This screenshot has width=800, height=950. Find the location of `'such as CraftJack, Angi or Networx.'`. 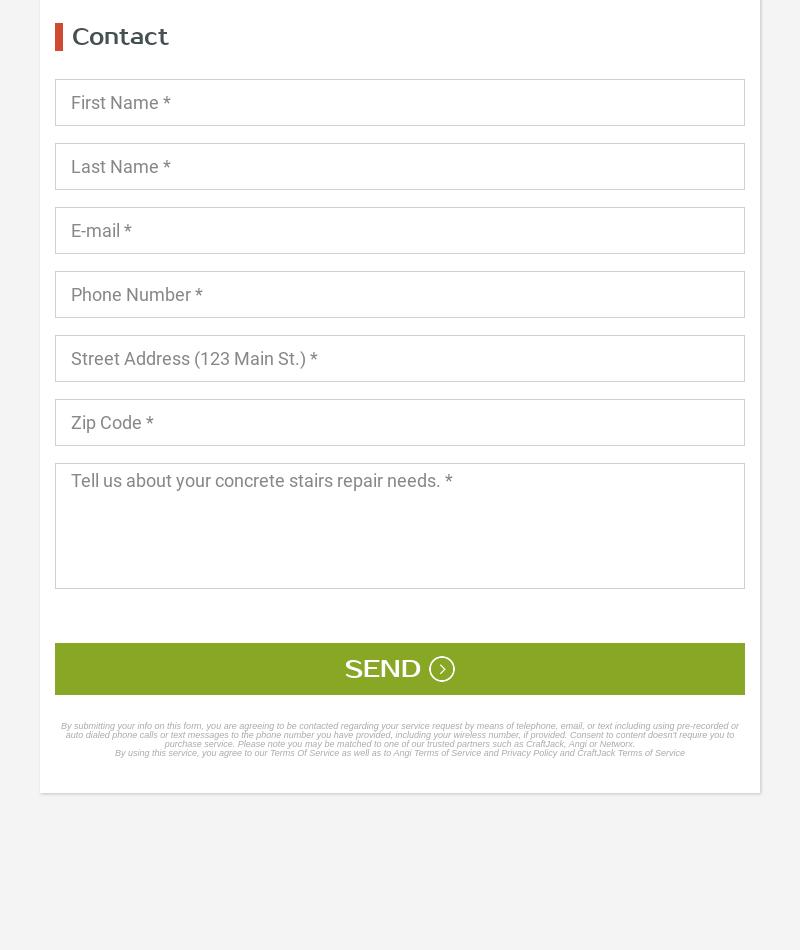

'such as CraftJack, Angi or Networx.' is located at coordinates (562, 743).